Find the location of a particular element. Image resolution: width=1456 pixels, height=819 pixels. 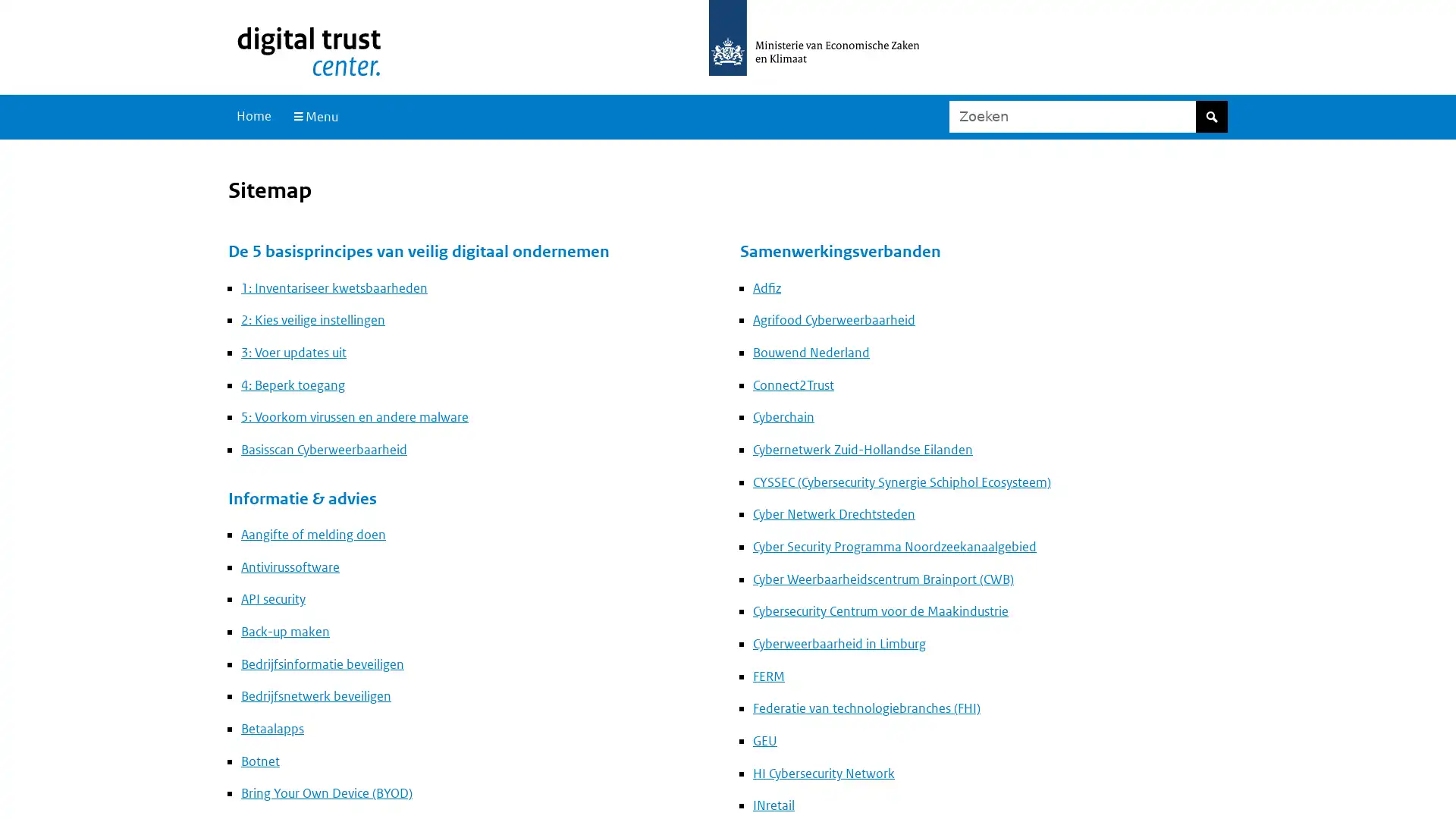

Zoeken is located at coordinates (1210, 116).